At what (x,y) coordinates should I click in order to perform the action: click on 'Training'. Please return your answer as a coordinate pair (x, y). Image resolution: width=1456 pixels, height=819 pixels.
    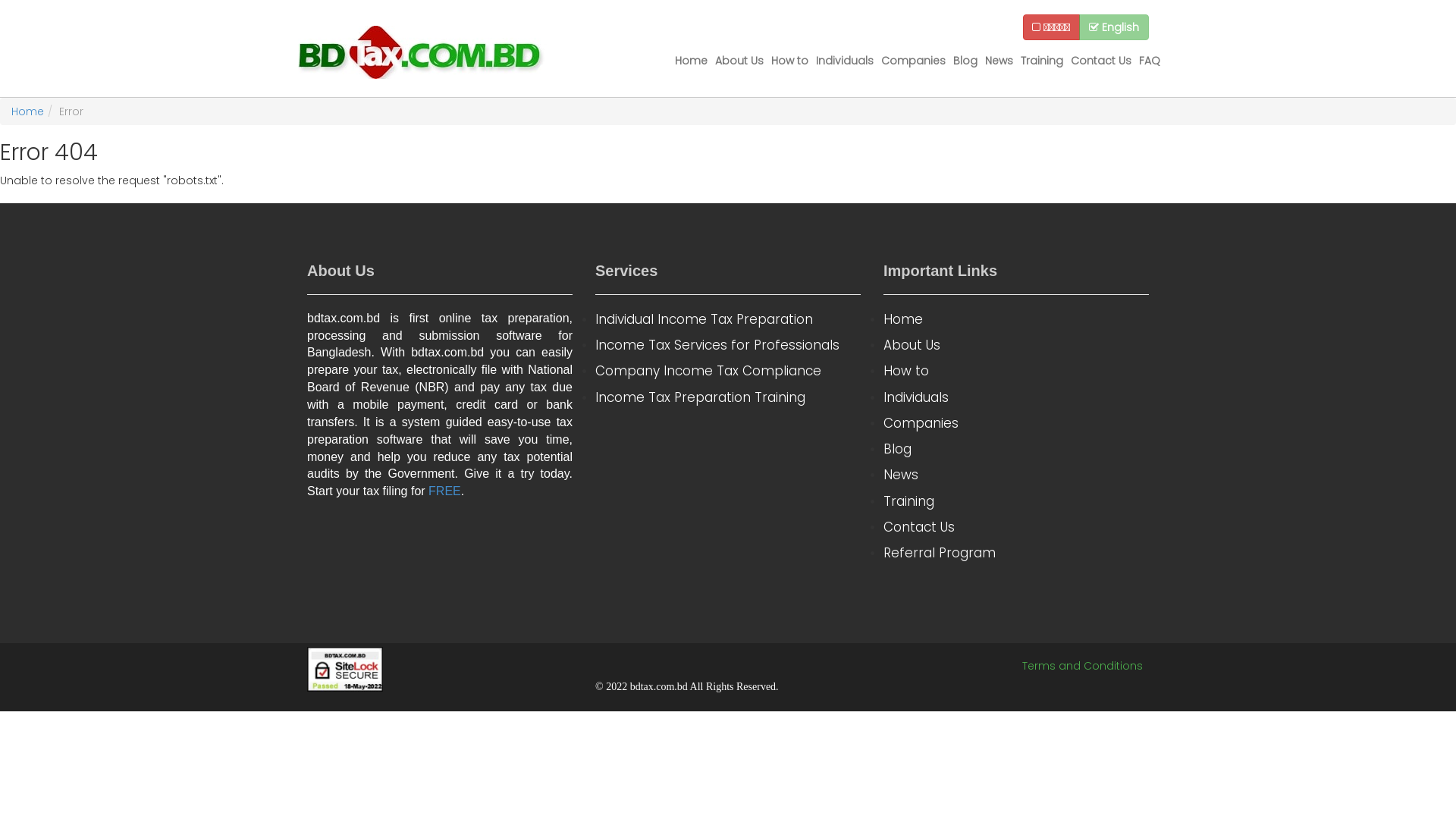
    Looking at the image, I should click on (1040, 60).